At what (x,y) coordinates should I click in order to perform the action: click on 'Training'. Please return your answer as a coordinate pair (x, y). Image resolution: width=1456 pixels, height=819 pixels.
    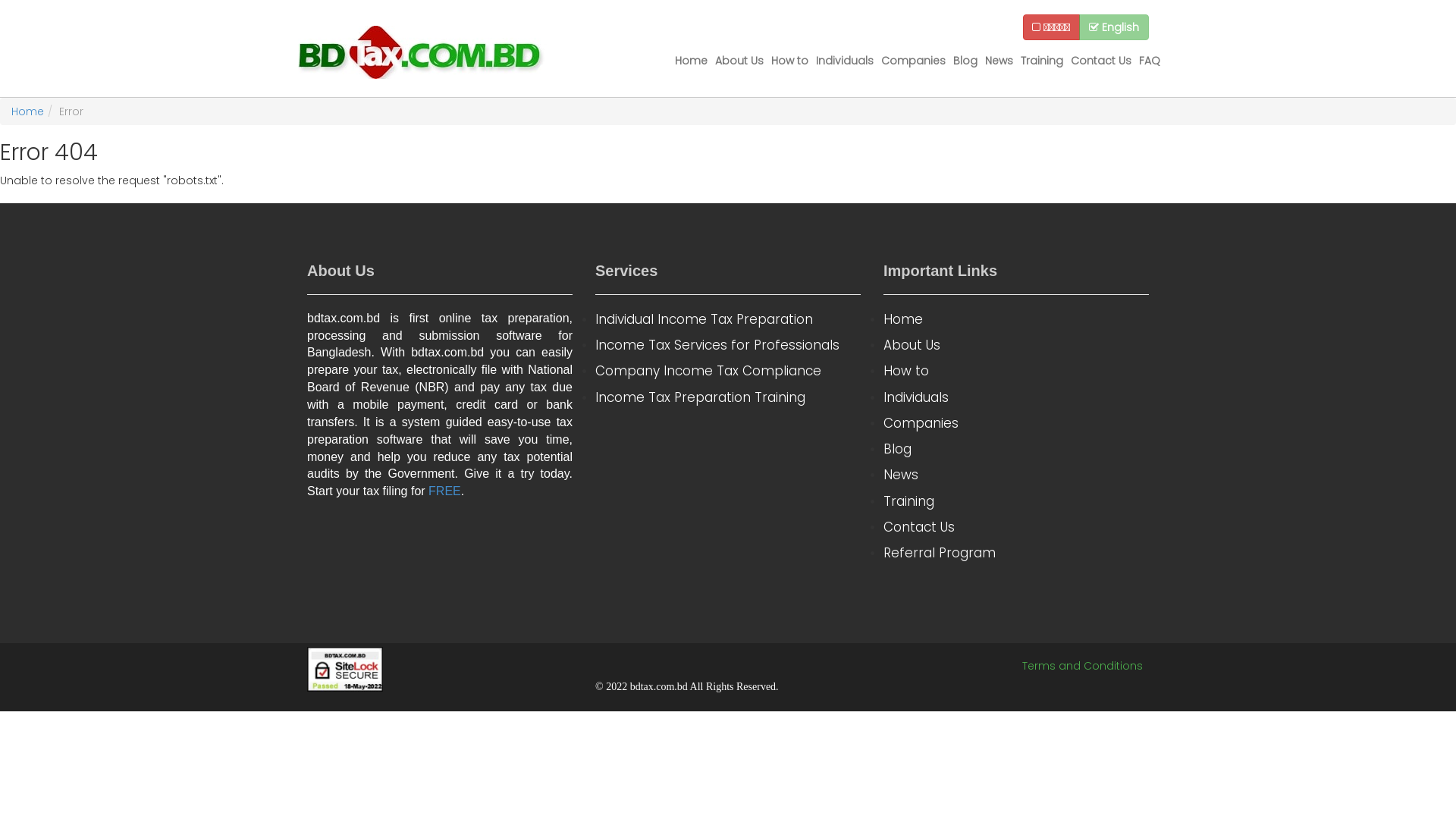
    Looking at the image, I should click on (1040, 60).